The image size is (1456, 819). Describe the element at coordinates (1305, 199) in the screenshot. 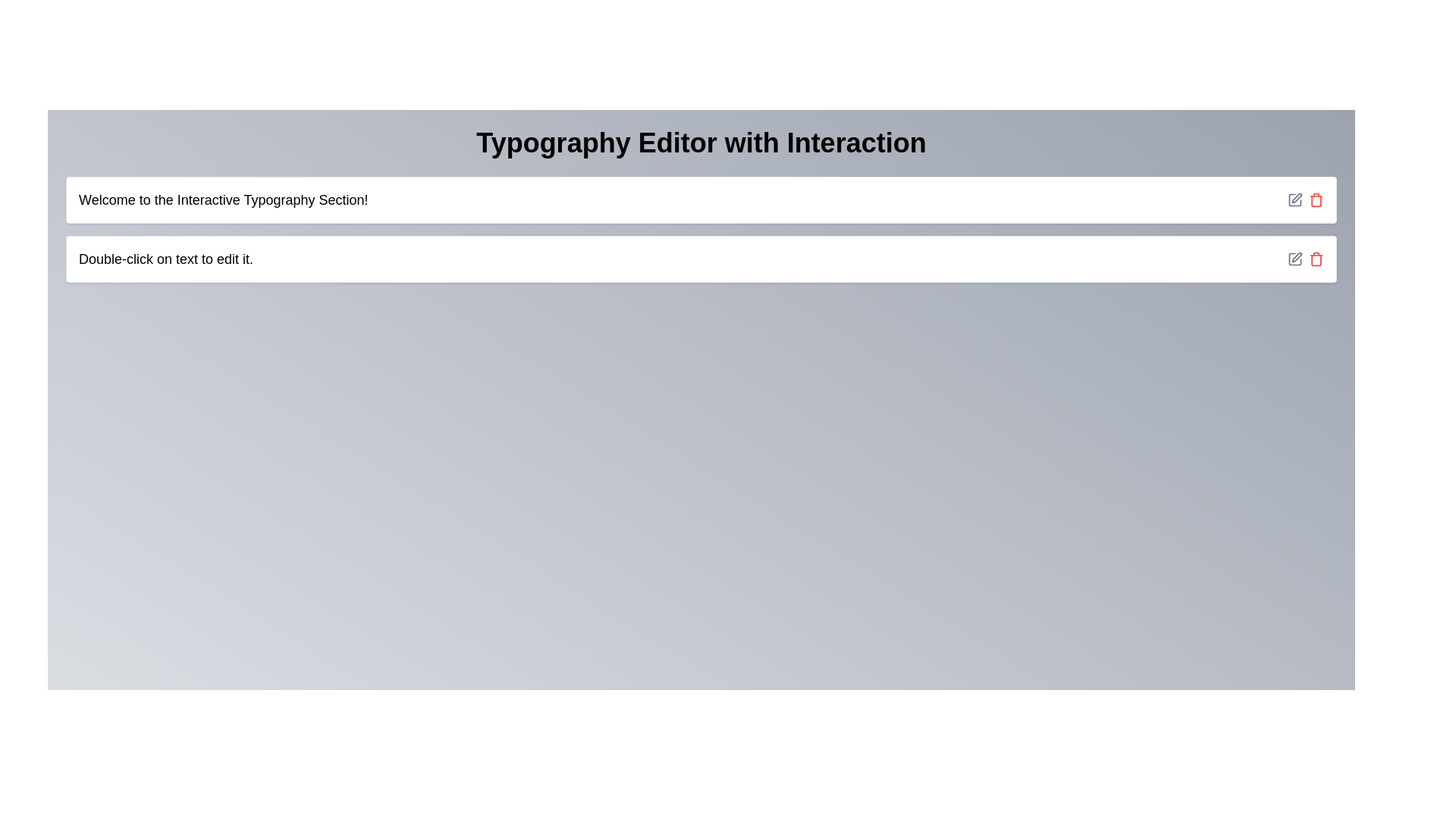

I see `the pencil icon within the icon group located at the top right corner of the content area with the text 'Welcome to the Interactive Typography Section!'` at that location.